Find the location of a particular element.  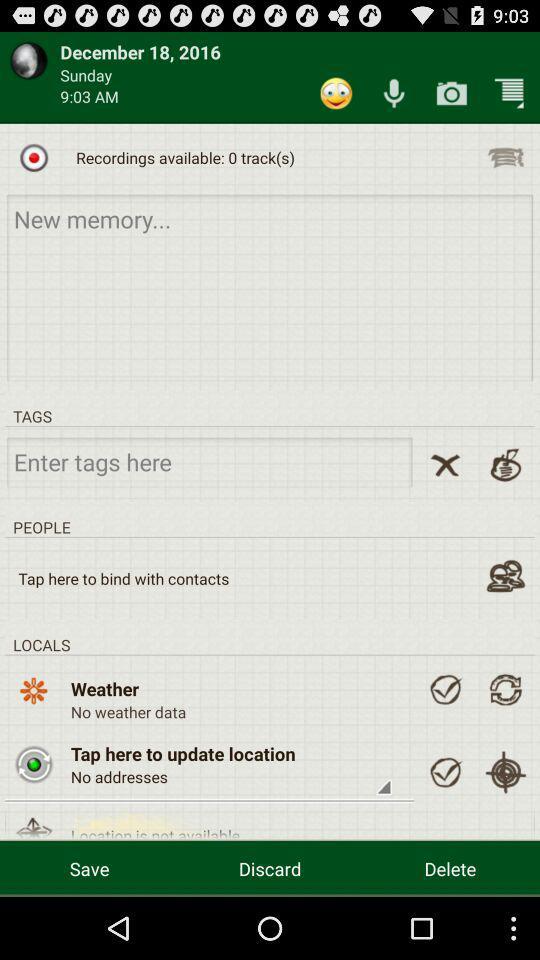

button is located at coordinates (445, 465).